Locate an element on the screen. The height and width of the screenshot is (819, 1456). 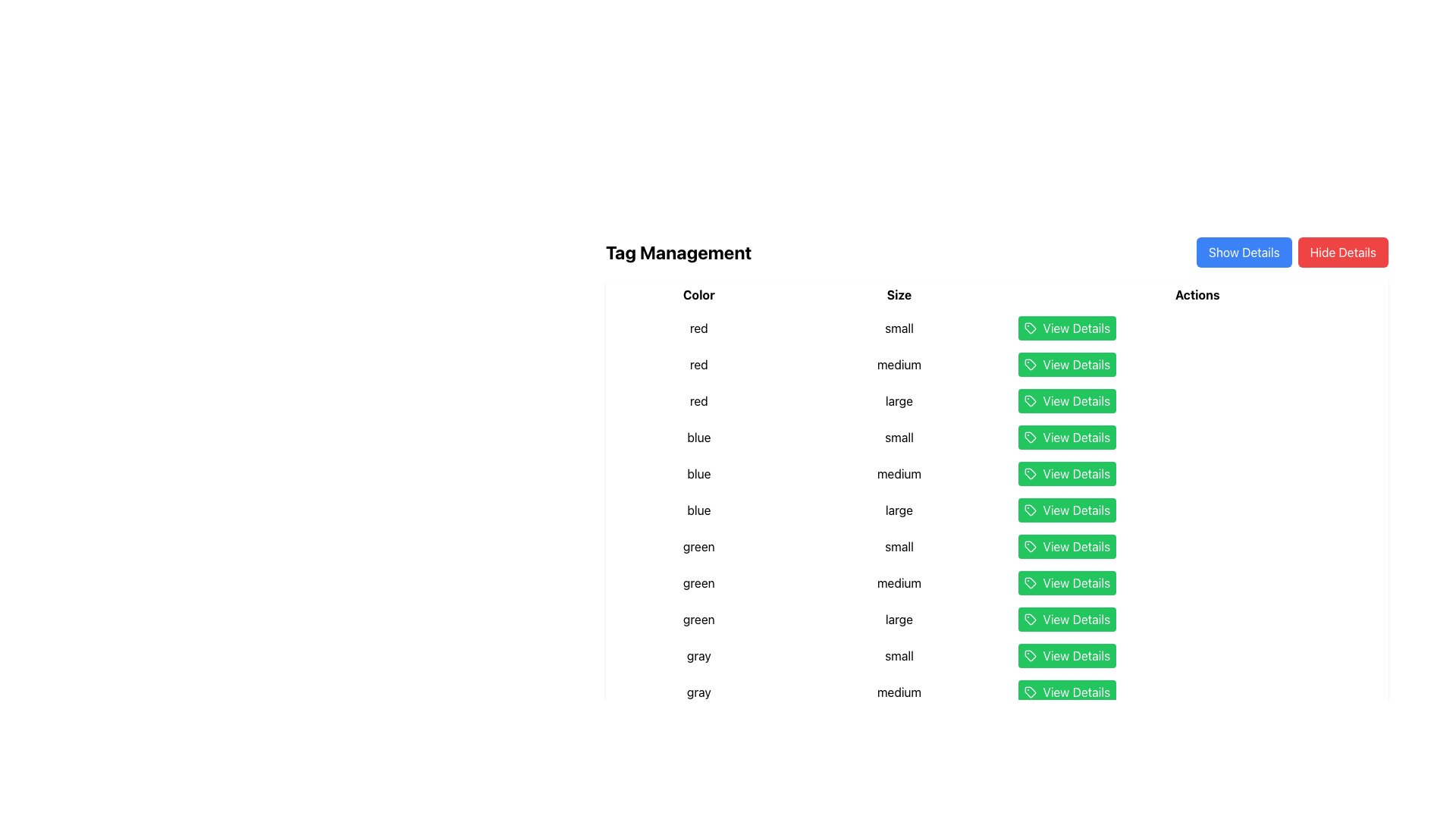
the green button with rounded corners labeled 'View Details' located in the last row of the table under the 'Actions' column is located at coordinates (1066, 582).